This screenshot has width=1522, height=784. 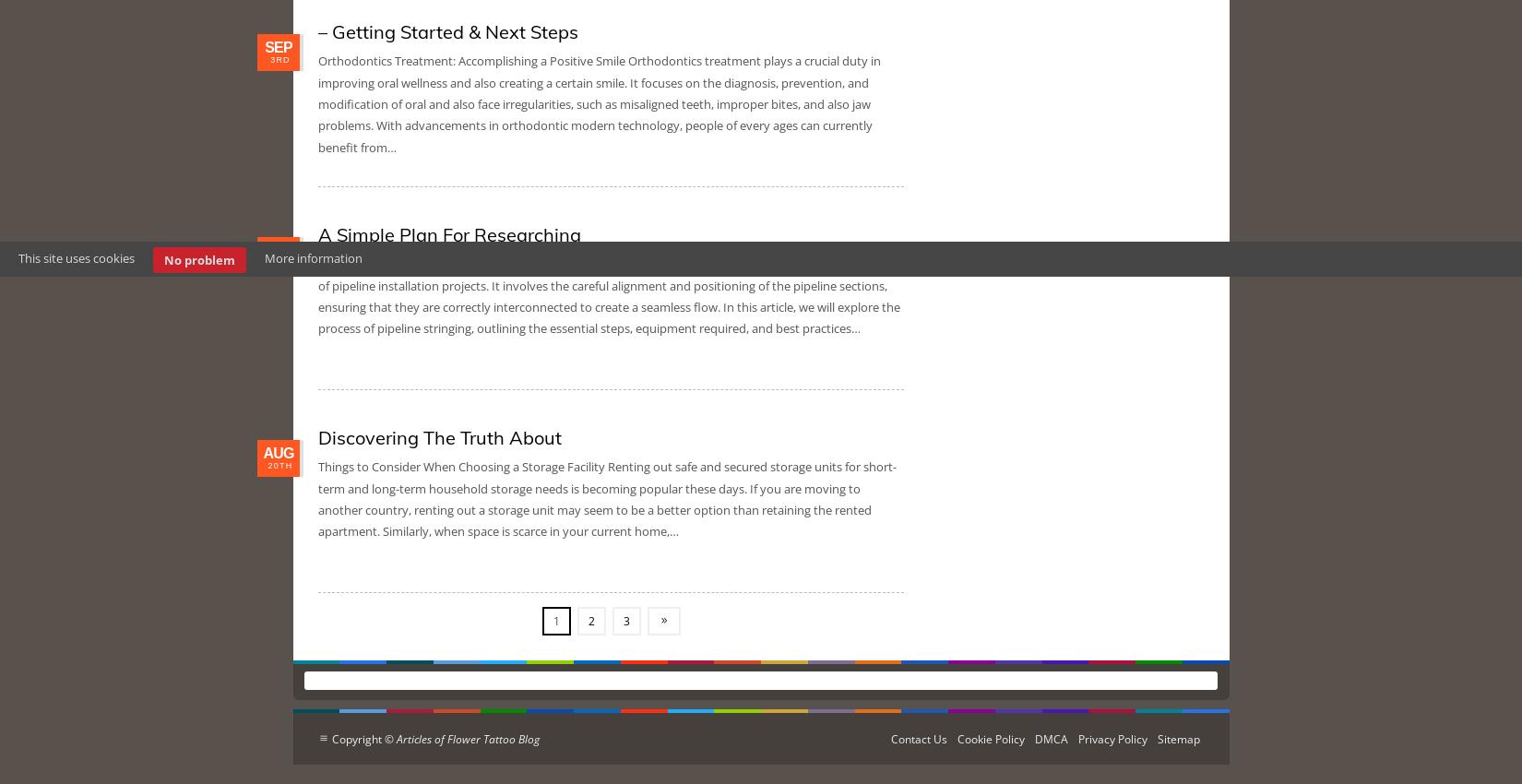 What do you see at coordinates (606, 498) in the screenshot?
I see `'Things to Consider When Choosing a Storage Facility Renting out safe and secured storage units for short-term and long-term household storage needs is becoming popular these days. If you are moving to another country, renting out a storage unit may seem to be a better option than retaining the rented apartment. Similarly, when space is scarce in your current home,…'` at bounding box center [606, 498].